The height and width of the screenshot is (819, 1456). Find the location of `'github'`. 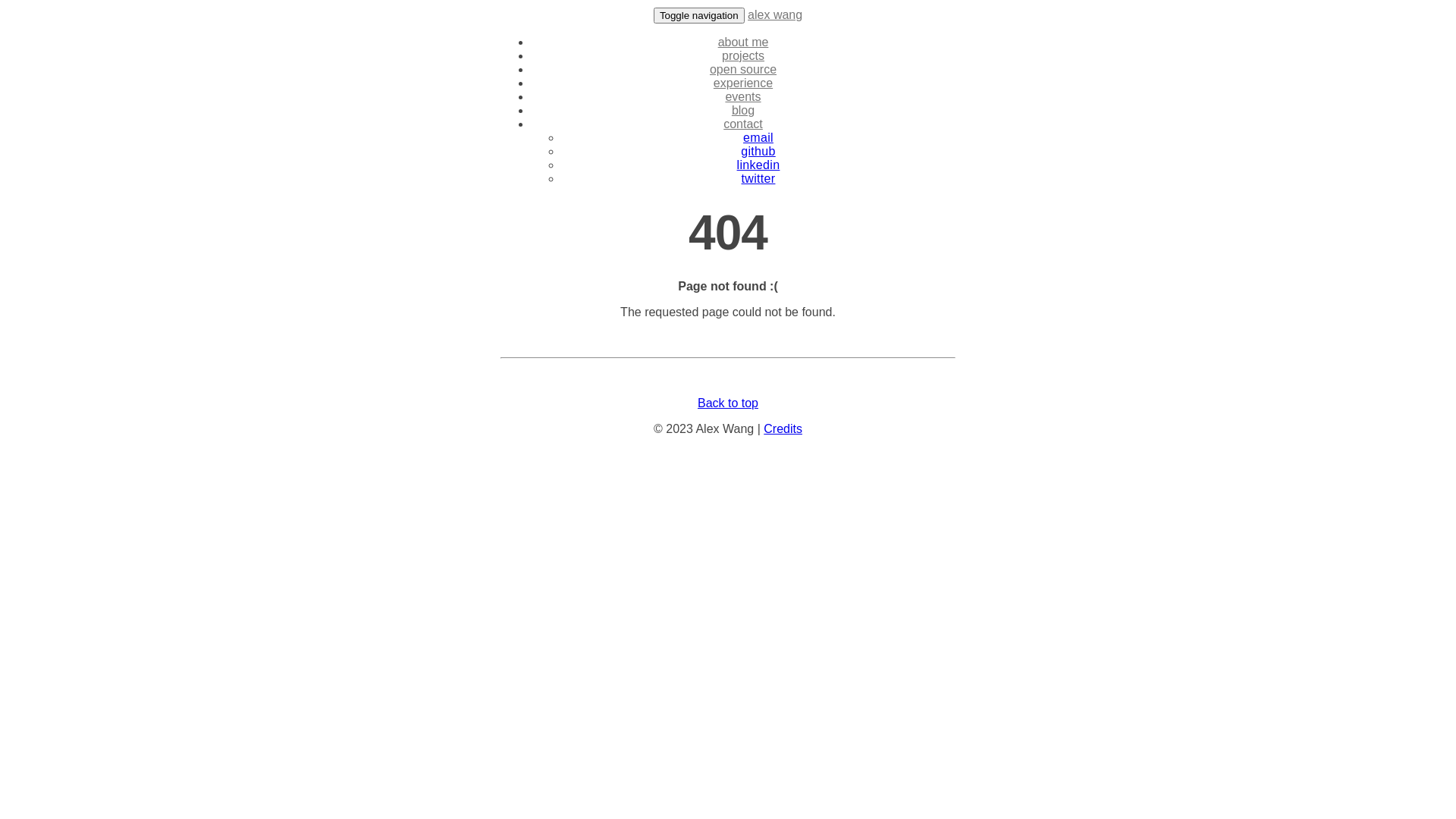

'github' is located at coordinates (758, 151).